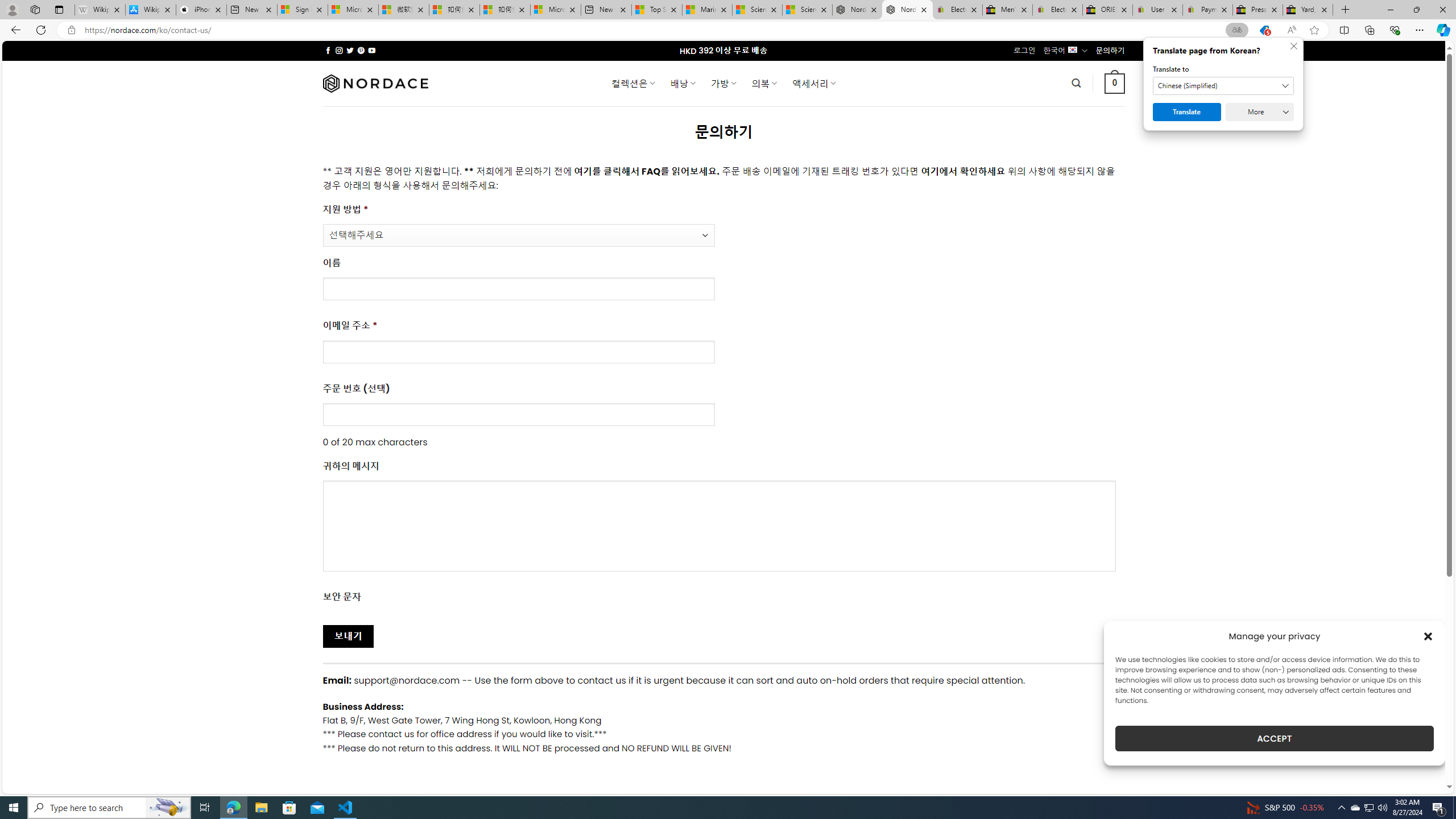 Image resolution: width=1456 pixels, height=819 pixels. I want to click on 'Class: cmplz-close', so click(1428, 636).